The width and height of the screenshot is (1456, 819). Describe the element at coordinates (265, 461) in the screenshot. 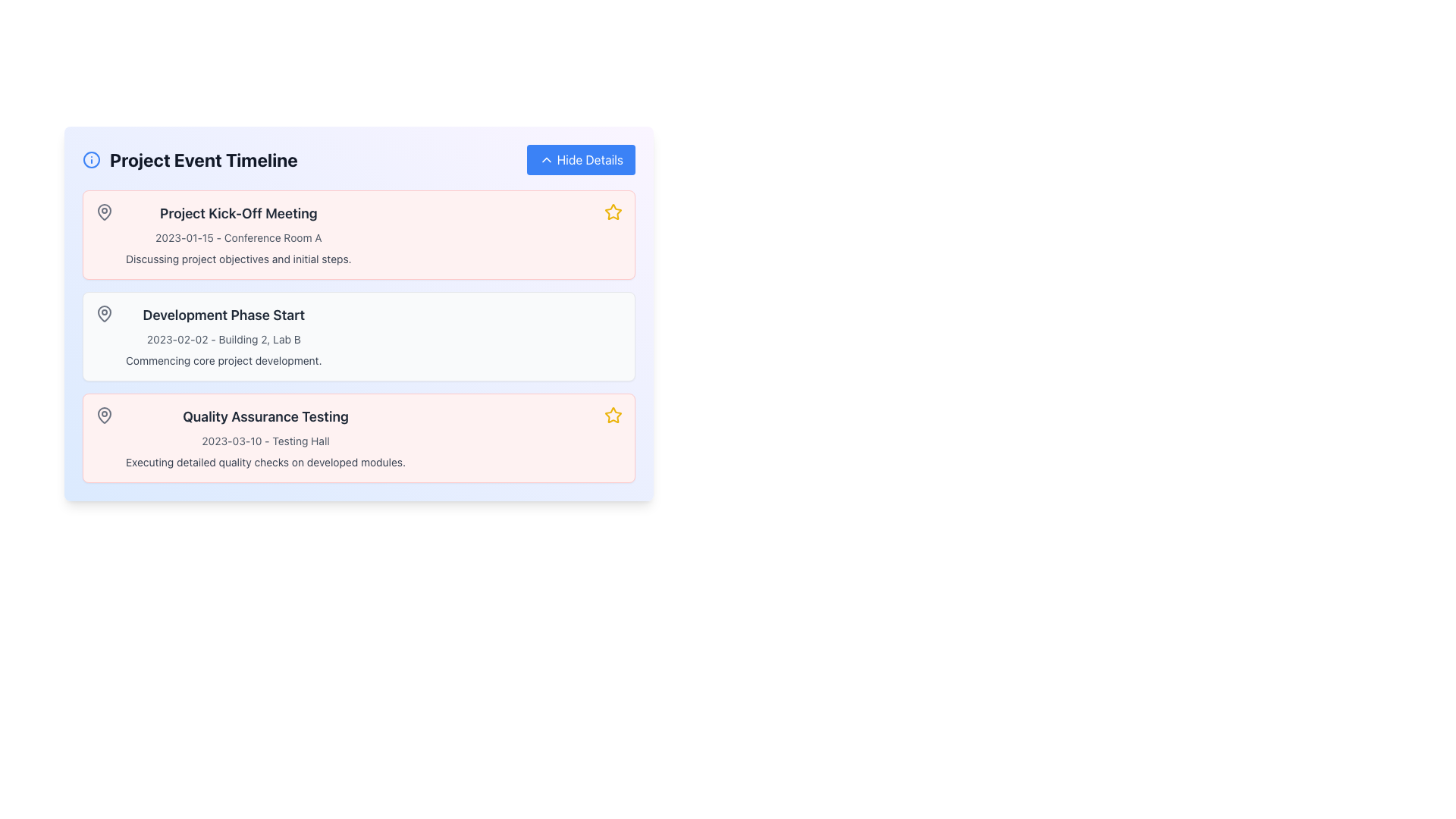

I see `the Text Content that provides additional descriptive context regarding the quality checks performed on modules, located as the third line of text within the card titled 'Quality Assurance Testing', which is the last card under the 'Project Event Timeline' header` at that location.